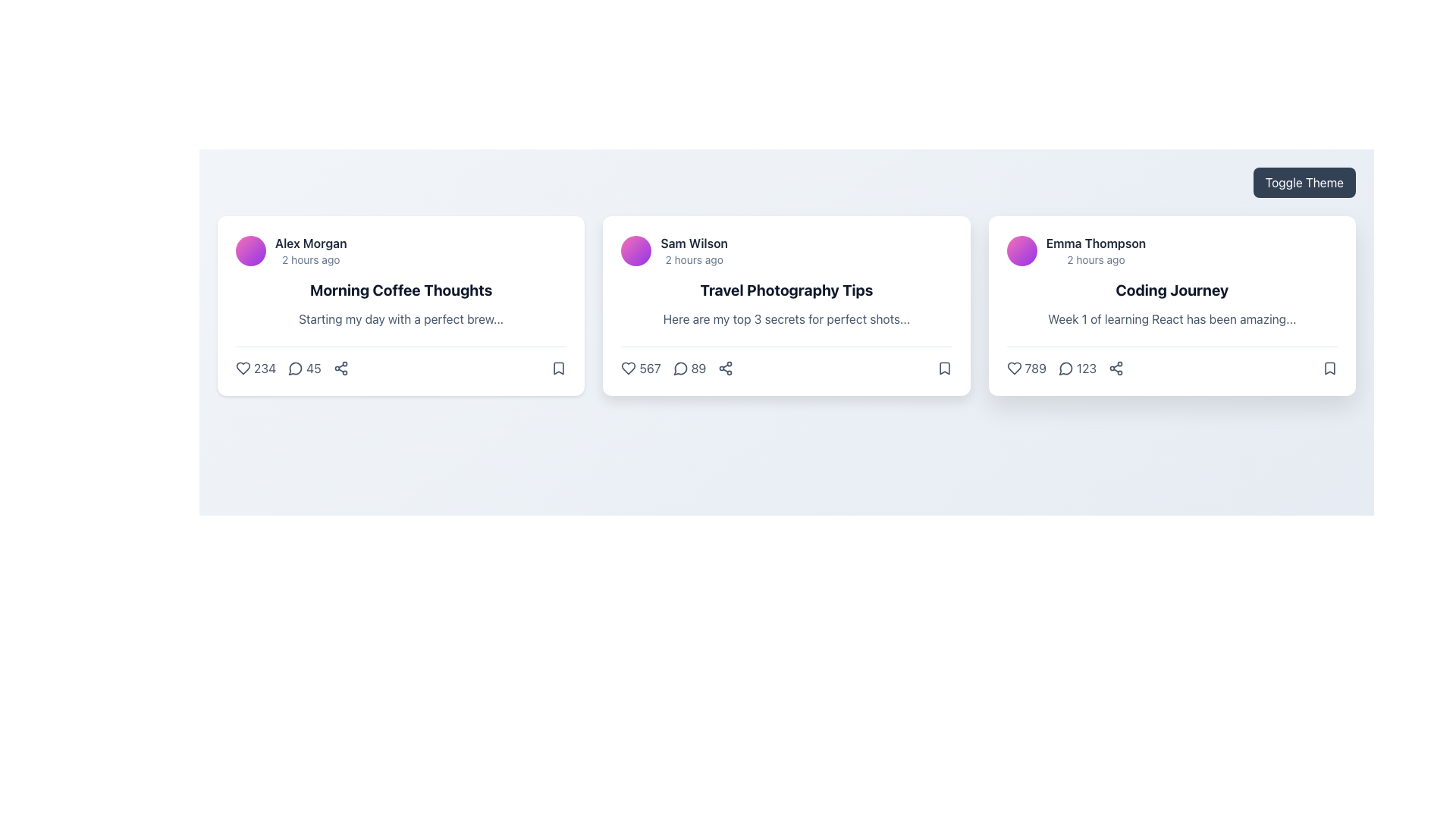  I want to click on the comment count label located to the right of the comment icon in the interaction panel of the post card titled 'Morning Coffee Thoughts' by 'Alex Morgan', so click(312, 369).